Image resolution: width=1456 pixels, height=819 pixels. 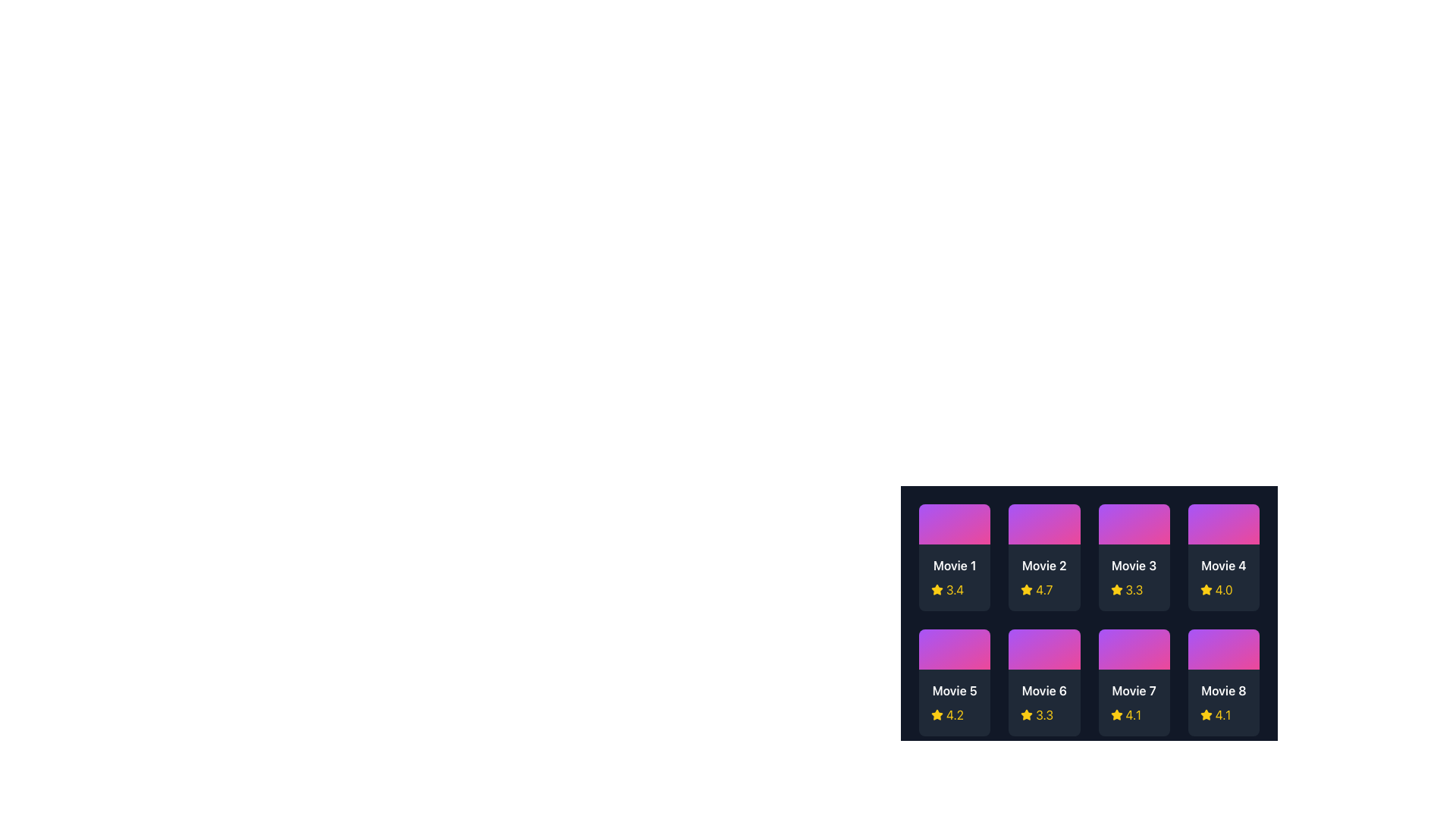 What do you see at coordinates (954, 715) in the screenshot?
I see `numeric rating value of '4.2' displayed next to the yellow star icon in the rating display under the card labeled 'Movie 5'` at bounding box center [954, 715].